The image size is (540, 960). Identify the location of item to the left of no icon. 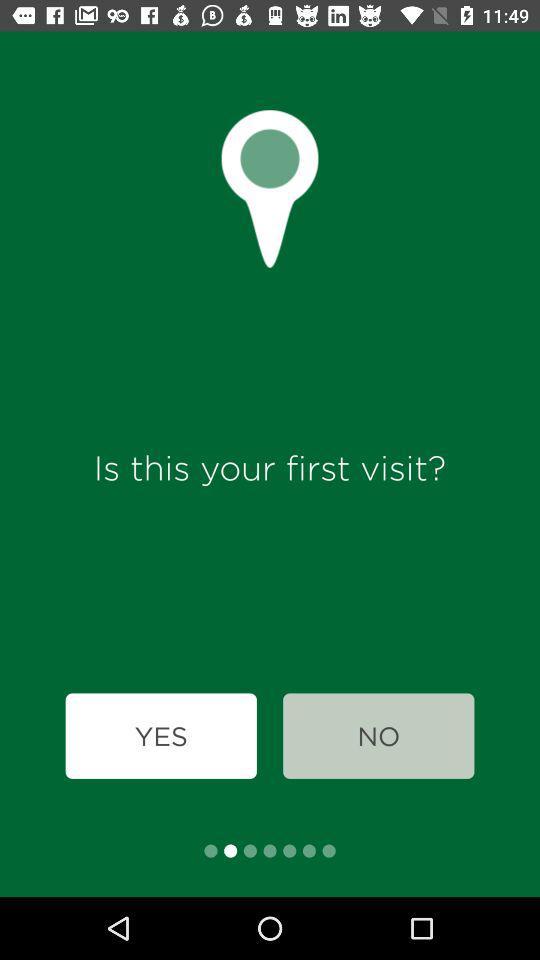
(160, 735).